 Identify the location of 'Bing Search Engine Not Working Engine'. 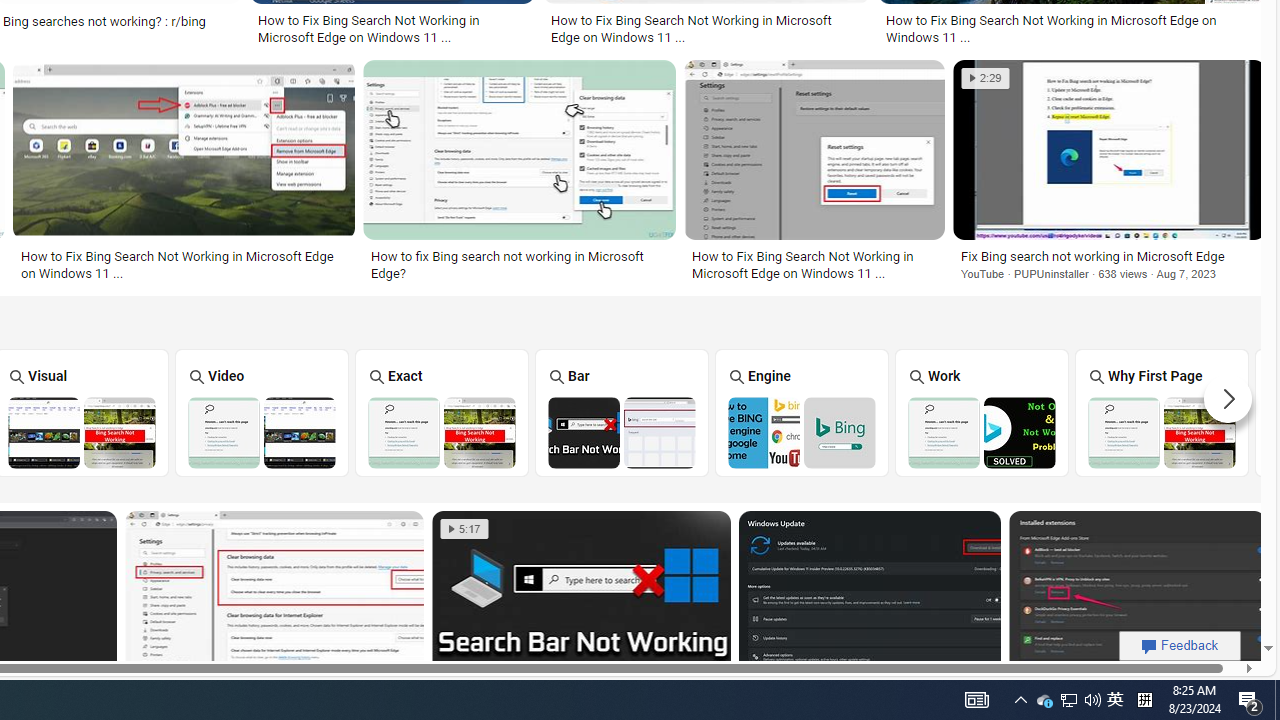
(801, 411).